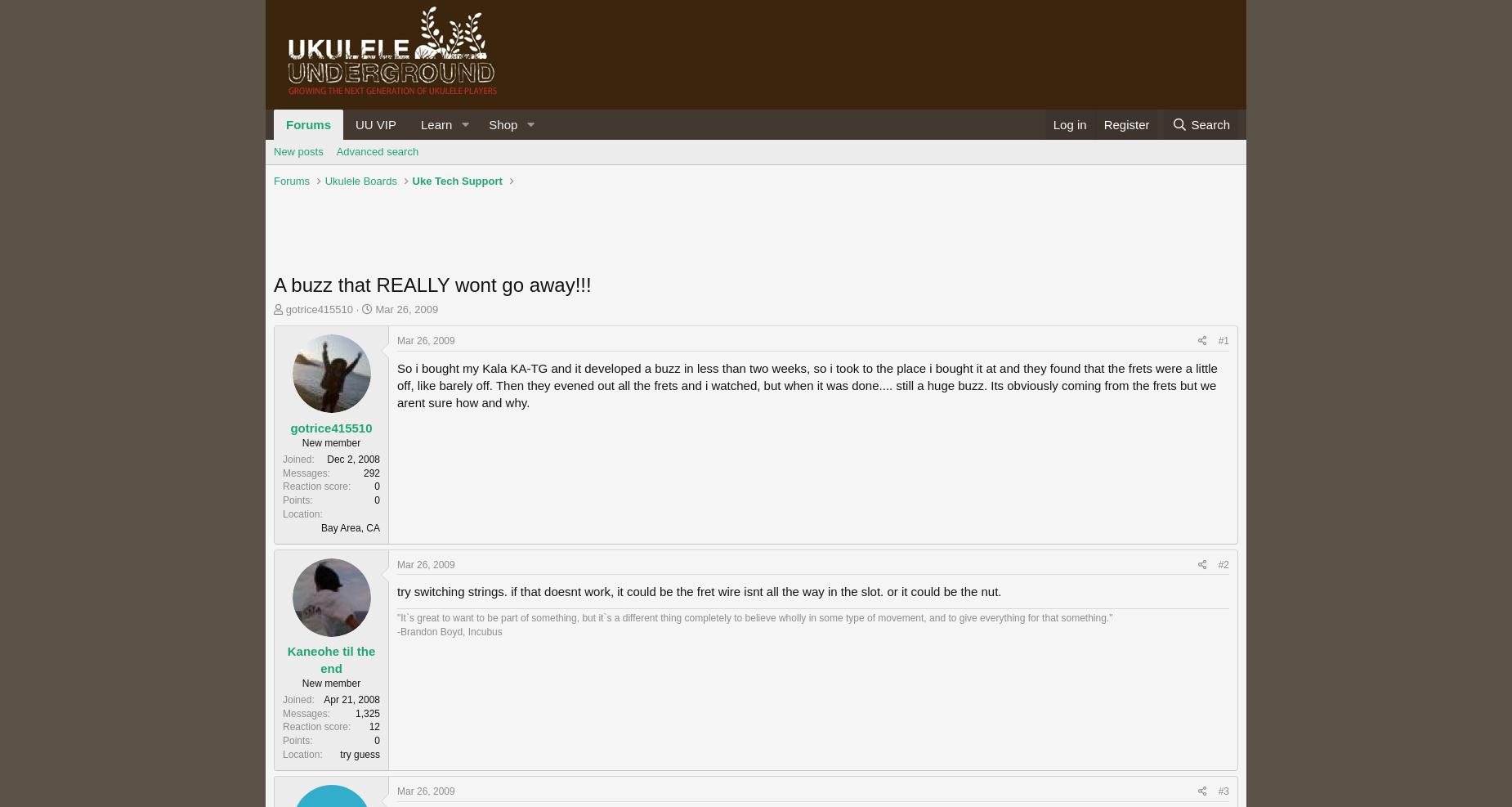  Describe the element at coordinates (450, 631) in the screenshot. I see `'-Brandon Boyd, Incubus'` at that location.